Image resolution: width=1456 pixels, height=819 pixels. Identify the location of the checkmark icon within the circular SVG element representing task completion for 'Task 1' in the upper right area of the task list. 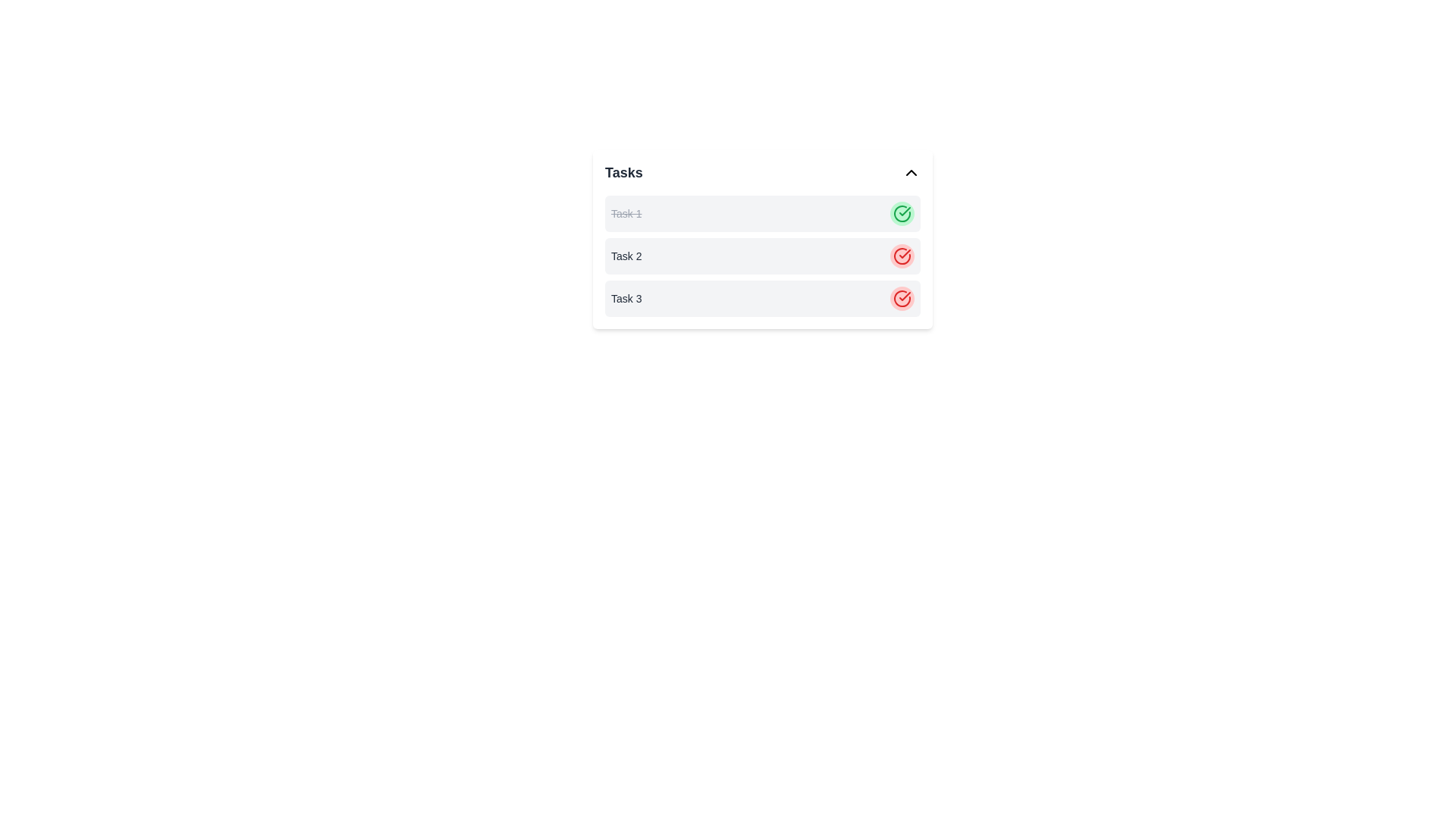
(905, 211).